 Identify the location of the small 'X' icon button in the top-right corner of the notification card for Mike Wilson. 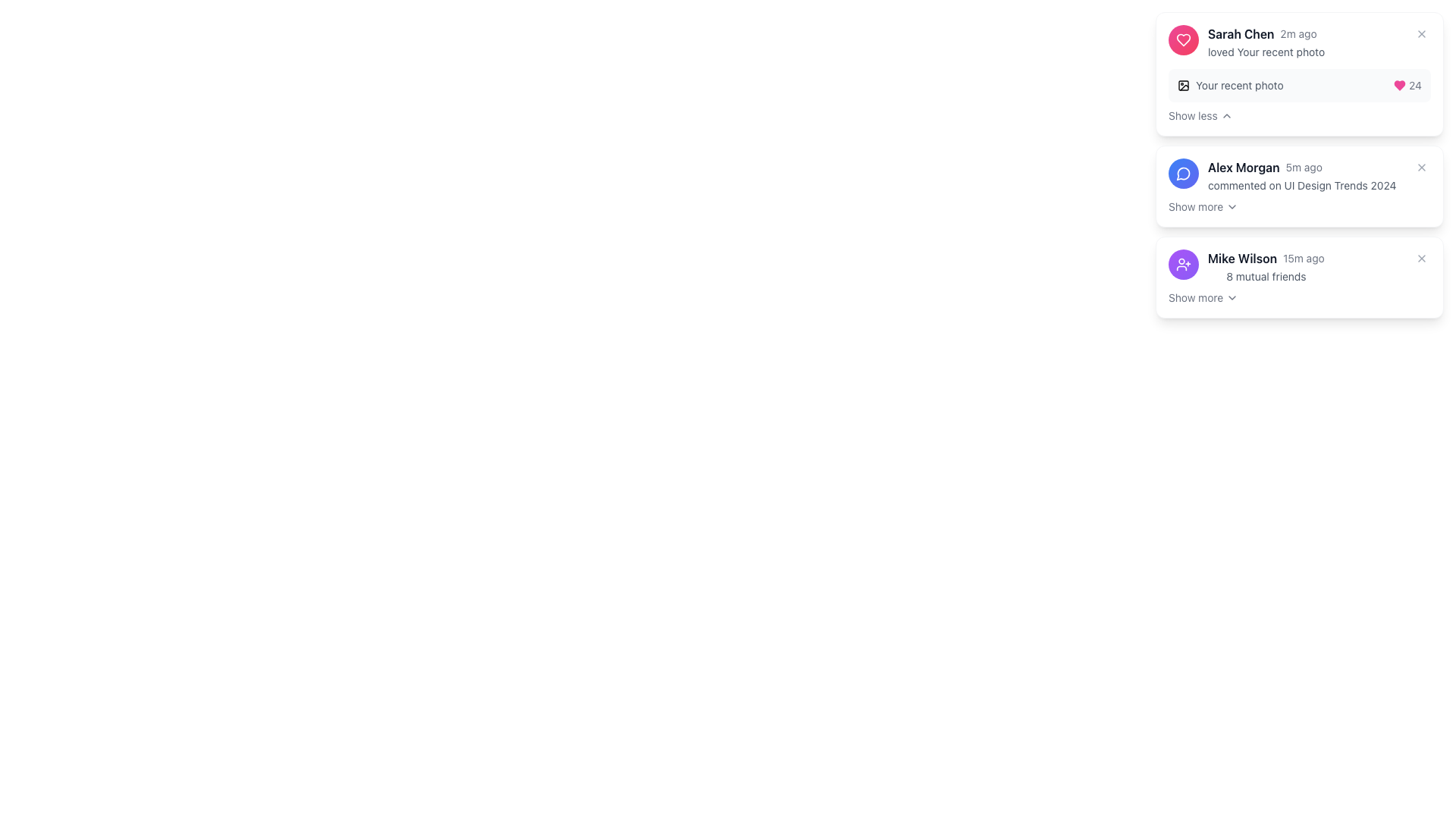
(1421, 257).